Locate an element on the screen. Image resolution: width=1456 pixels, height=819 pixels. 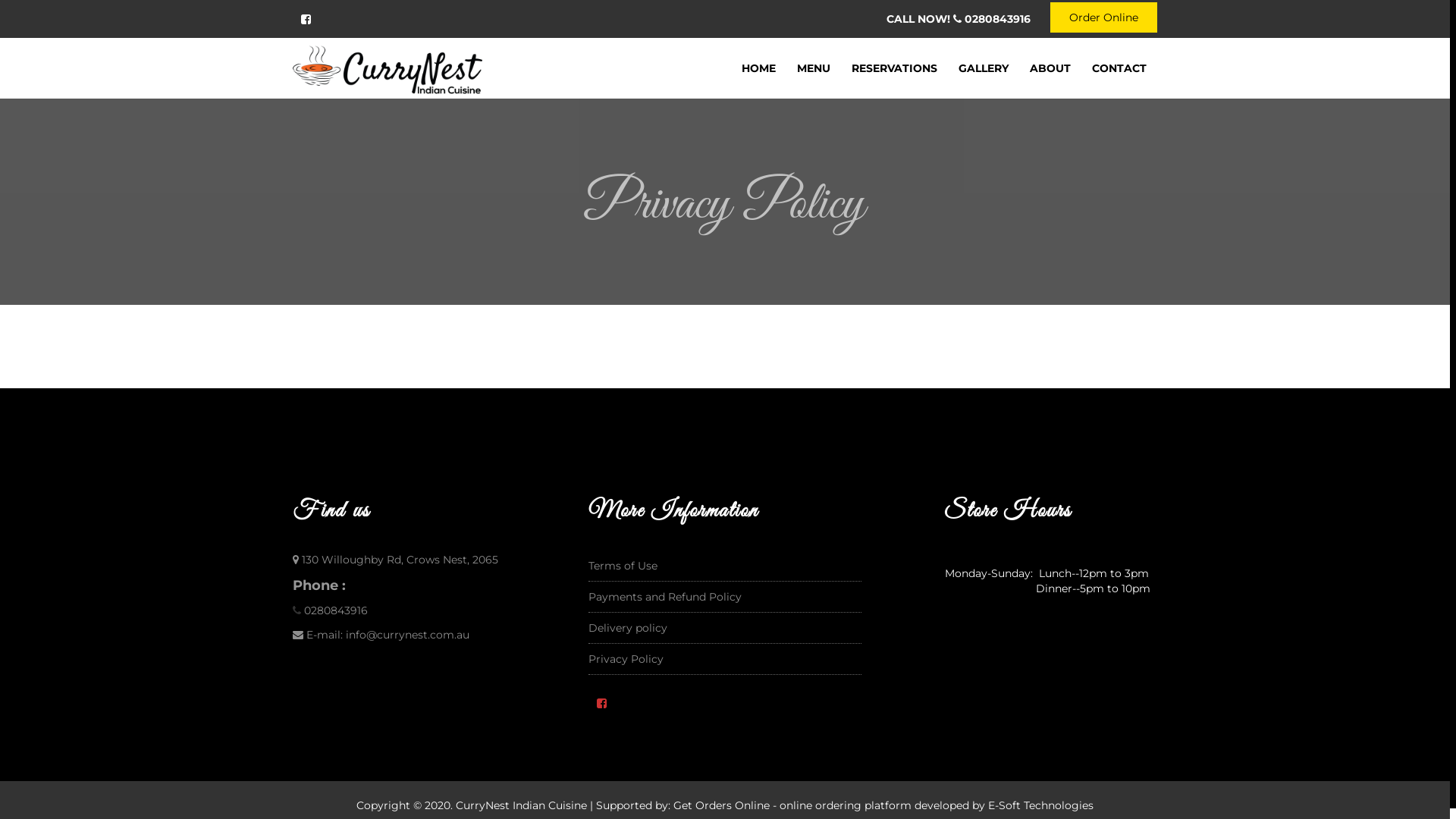
'CALL NOW! 0280843916' is located at coordinates (957, 18).